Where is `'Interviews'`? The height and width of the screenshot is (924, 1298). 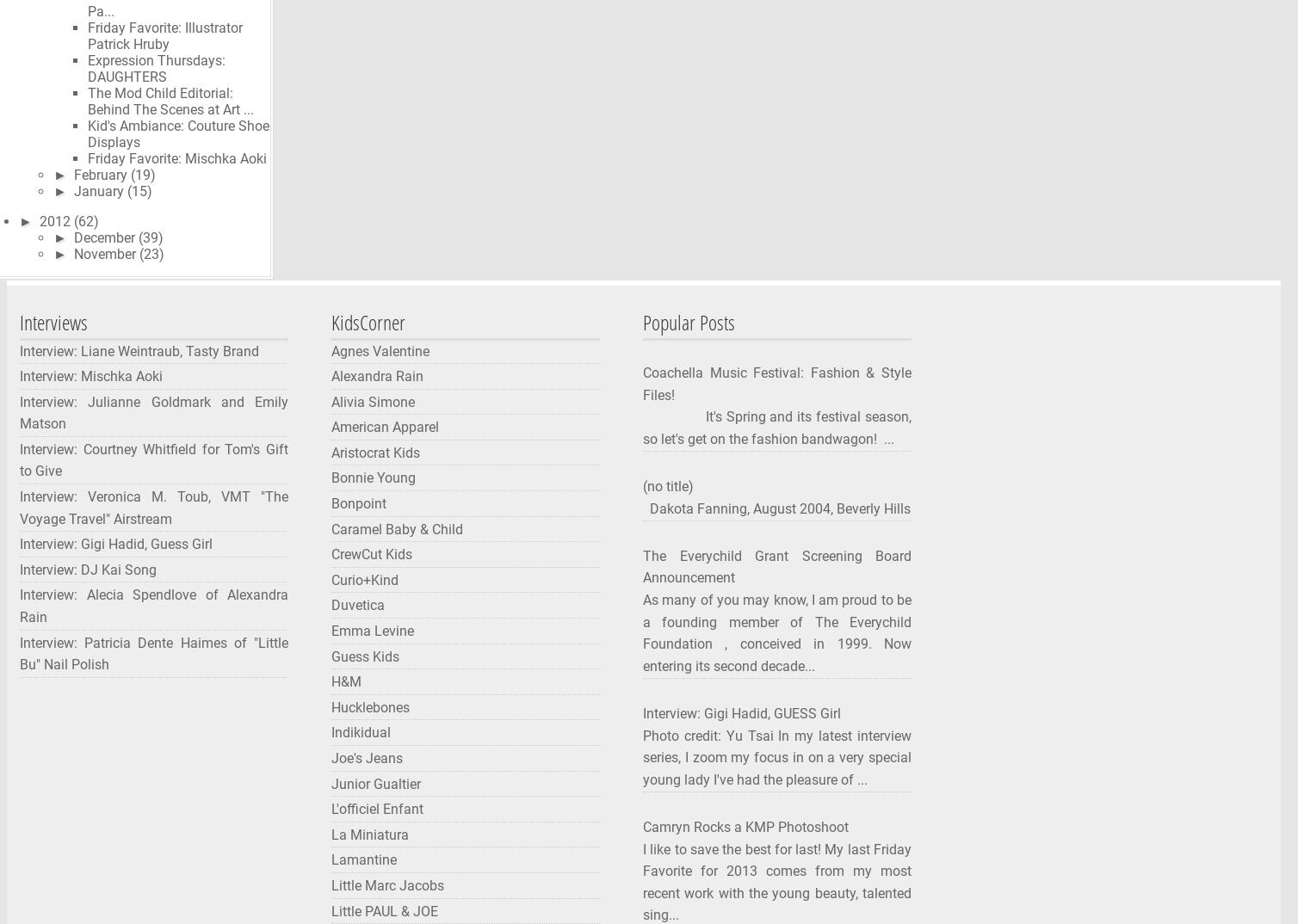
'Interviews' is located at coordinates (53, 320).